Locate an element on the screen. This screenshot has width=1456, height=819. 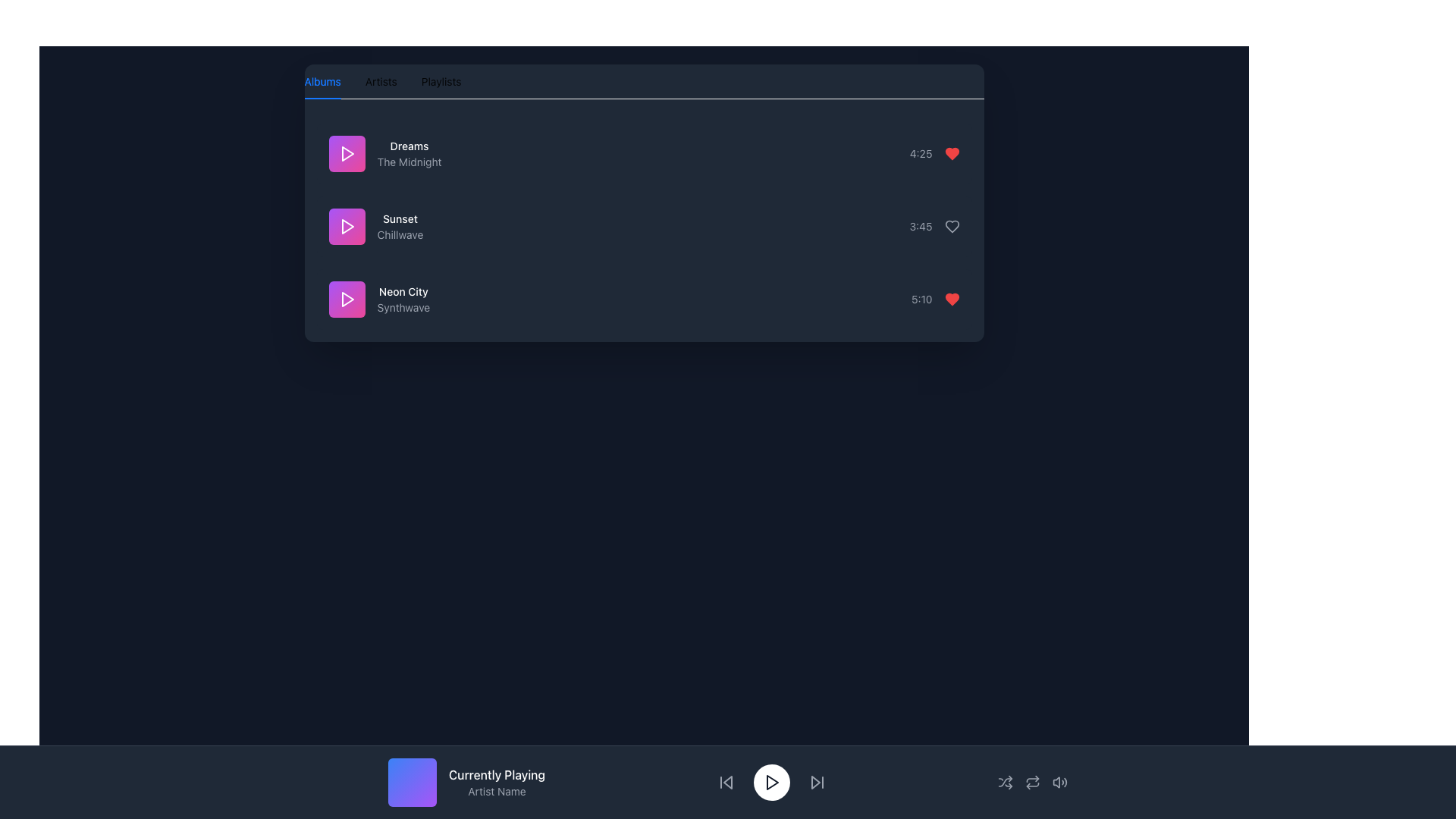
the forward-skip button icon, which is styled as a right-pointing triangle with a vertical bar, located at the far right of the central control section in the media player interface is located at coordinates (816, 783).